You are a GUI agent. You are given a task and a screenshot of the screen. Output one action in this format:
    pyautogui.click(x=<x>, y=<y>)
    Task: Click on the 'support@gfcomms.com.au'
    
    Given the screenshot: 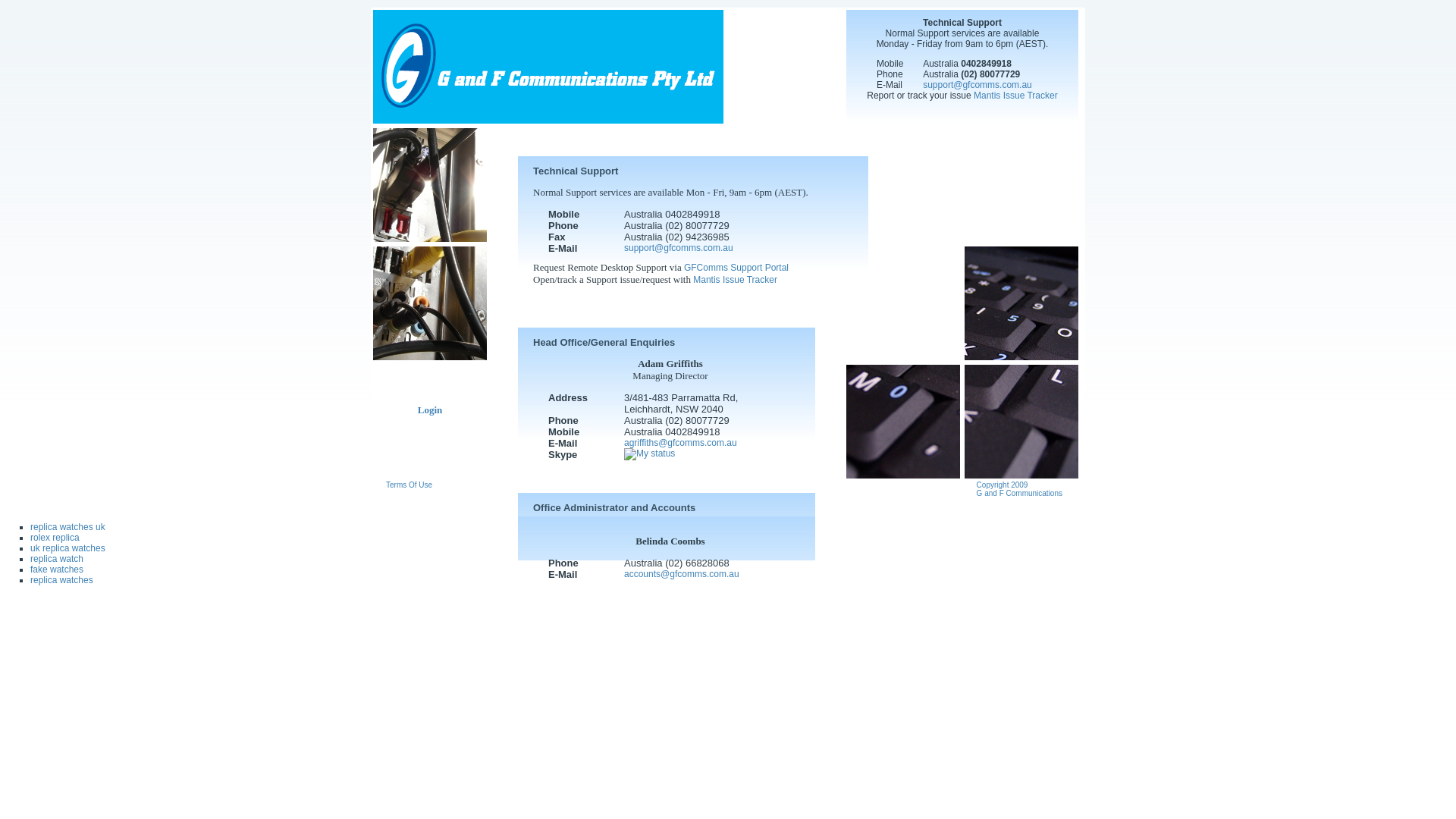 What is the action you would take?
    pyautogui.click(x=977, y=84)
    